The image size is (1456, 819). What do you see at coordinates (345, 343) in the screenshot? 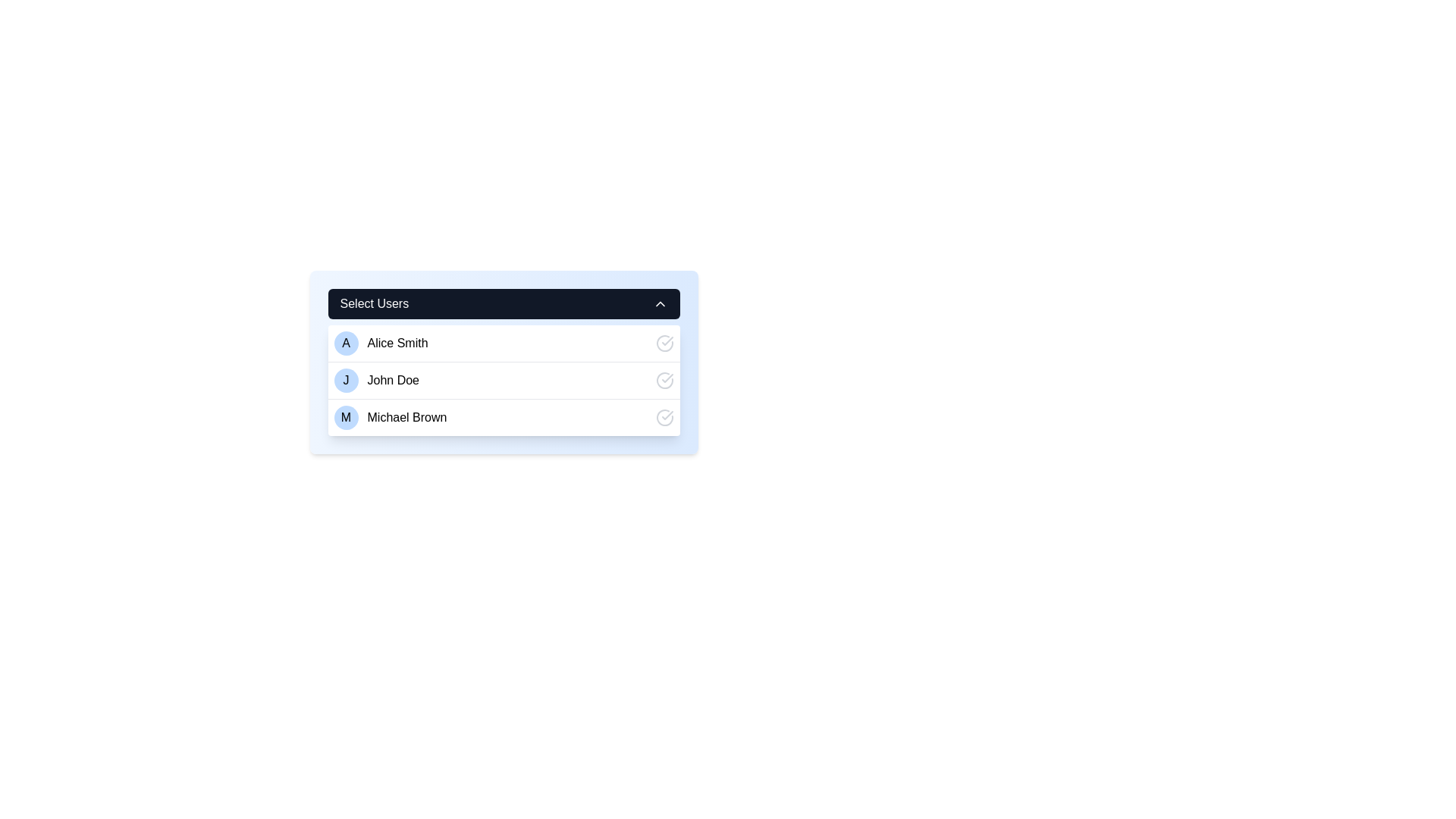
I see `the avatar or badge representing the user 'Alice Smith' in the user selection panel, which is located to the left of the name` at bounding box center [345, 343].